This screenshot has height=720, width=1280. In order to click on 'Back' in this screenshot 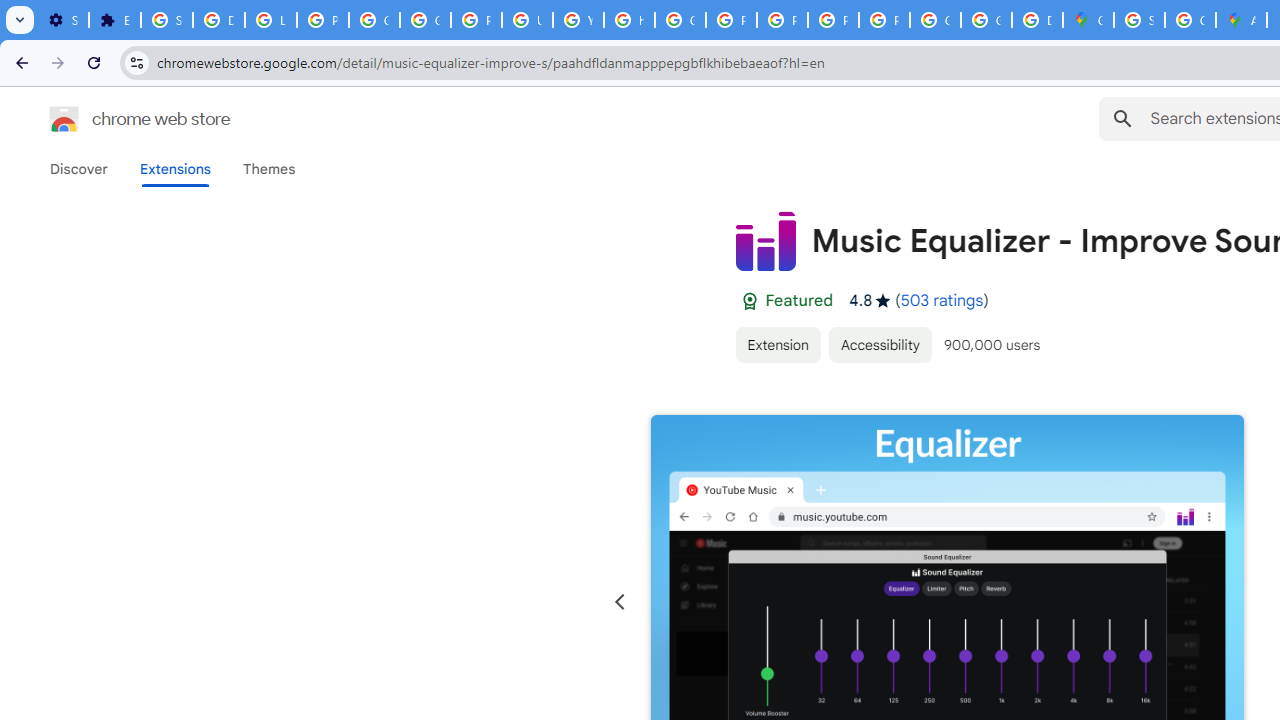, I will do `click(19, 61)`.